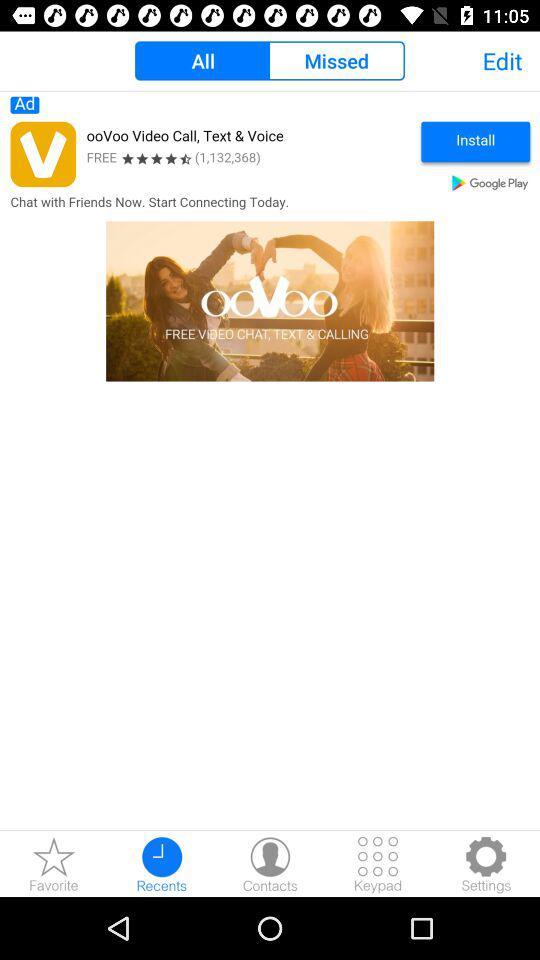 The height and width of the screenshot is (960, 540). I want to click on the time icon, so click(161, 863).